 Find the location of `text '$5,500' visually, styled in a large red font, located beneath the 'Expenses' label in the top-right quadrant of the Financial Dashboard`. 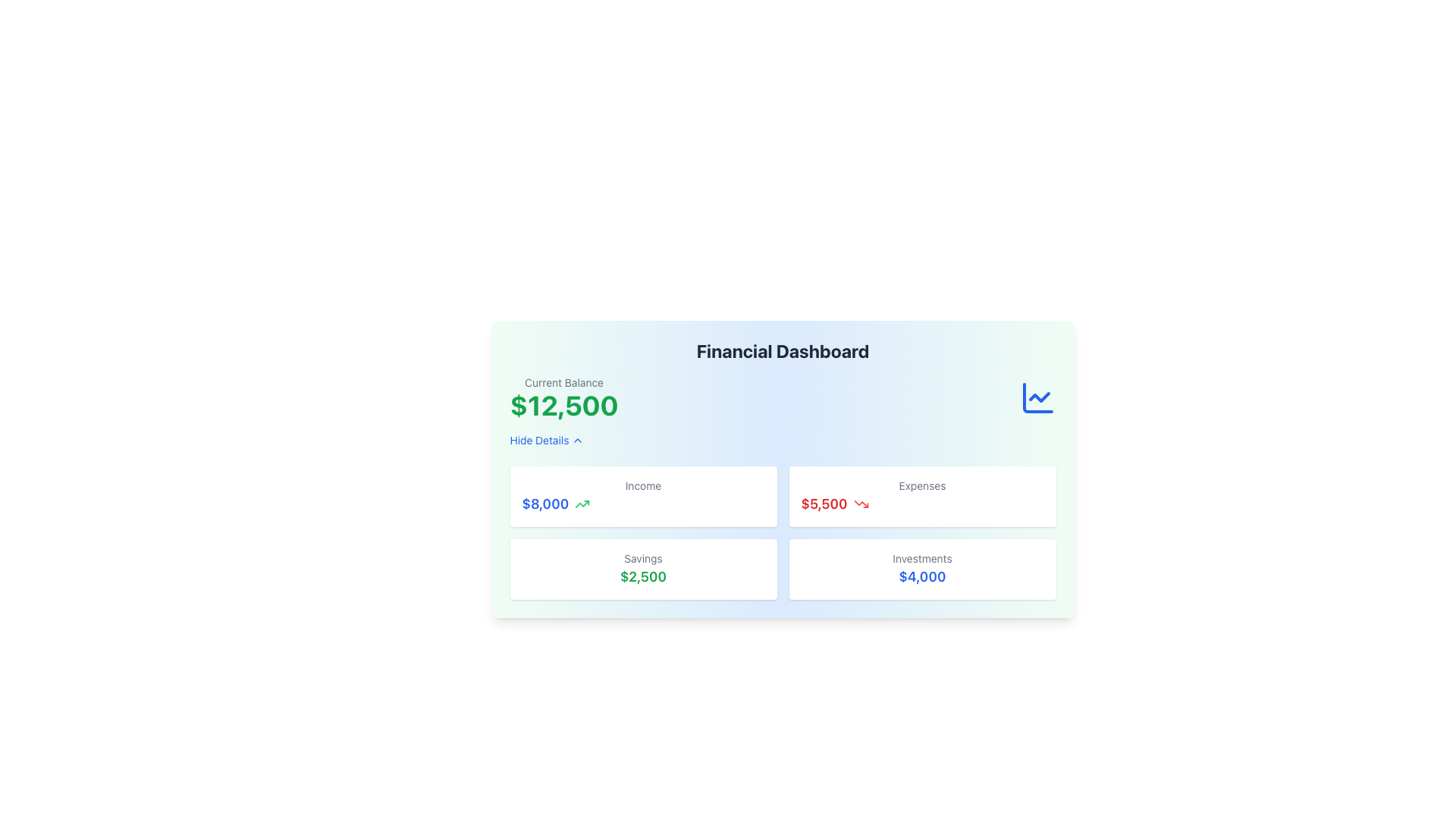

text '$5,500' visually, styled in a large red font, located beneath the 'Expenses' label in the top-right quadrant of the Financial Dashboard is located at coordinates (921, 504).